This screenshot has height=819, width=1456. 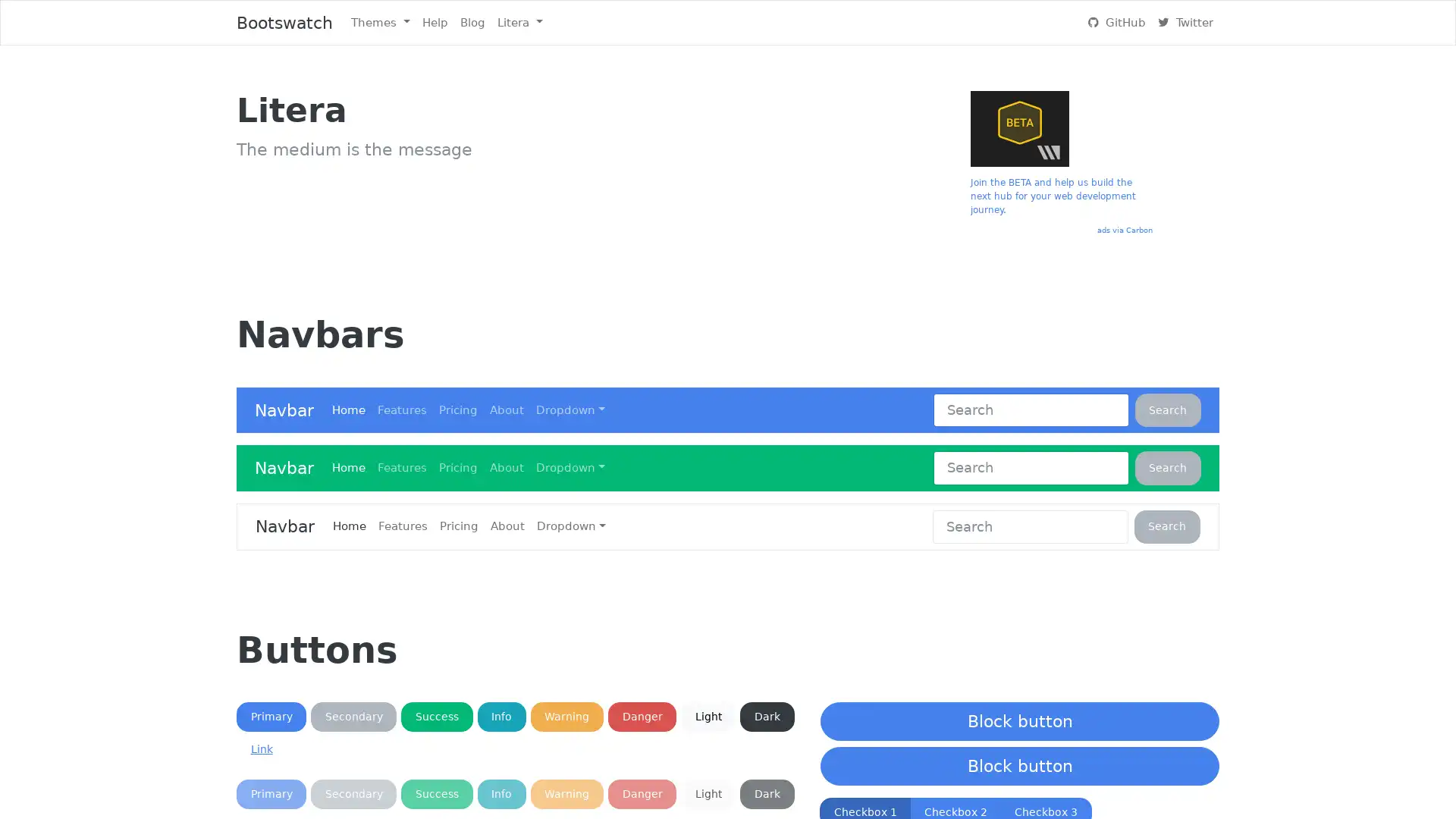 I want to click on Secondary, so click(x=353, y=717).